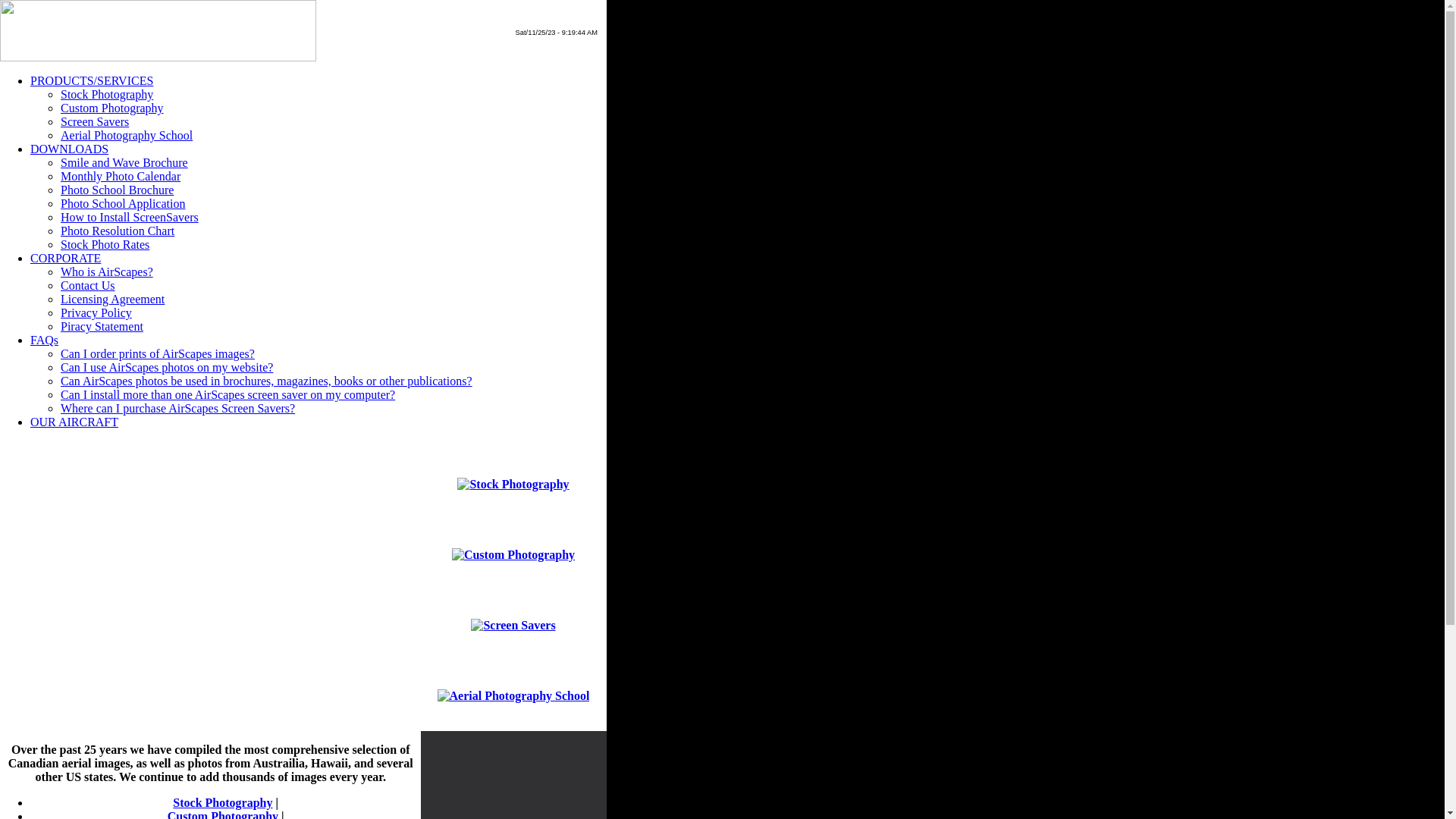 The image size is (1456, 819). I want to click on 'Stock Photography', so click(61, 94).